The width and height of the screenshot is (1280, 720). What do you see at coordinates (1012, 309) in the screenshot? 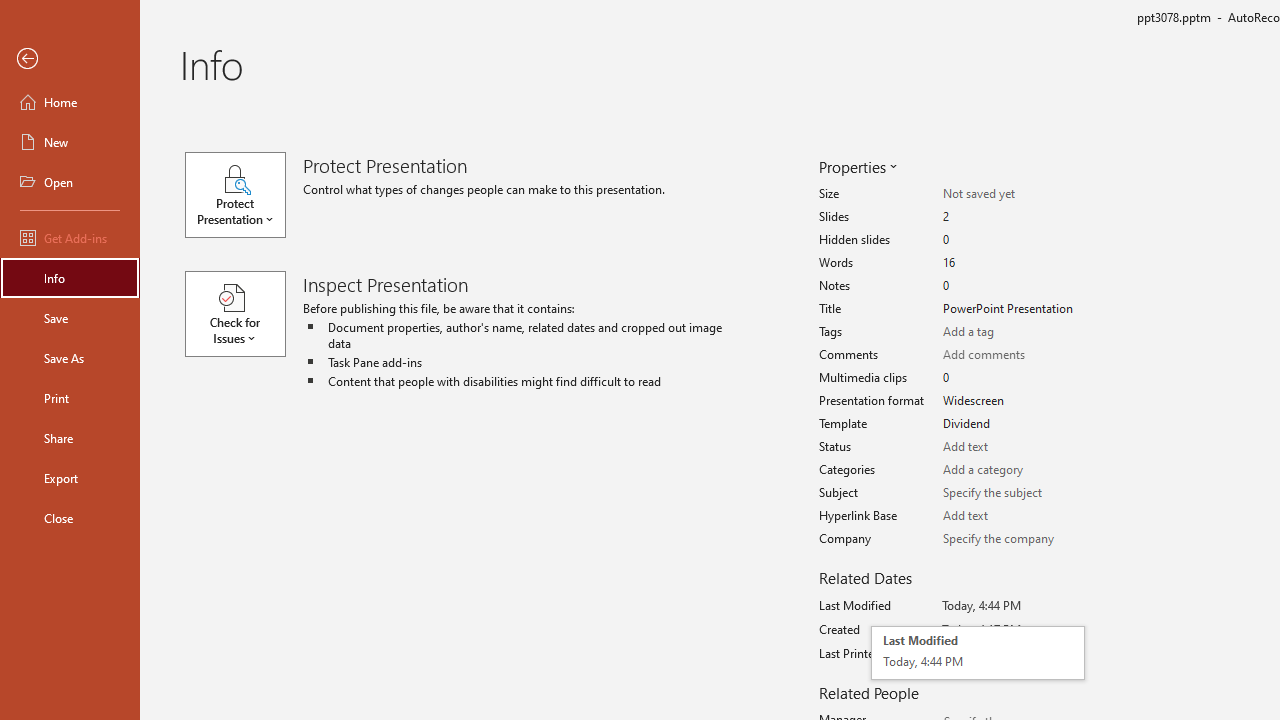
I see `'Title'` at bounding box center [1012, 309].